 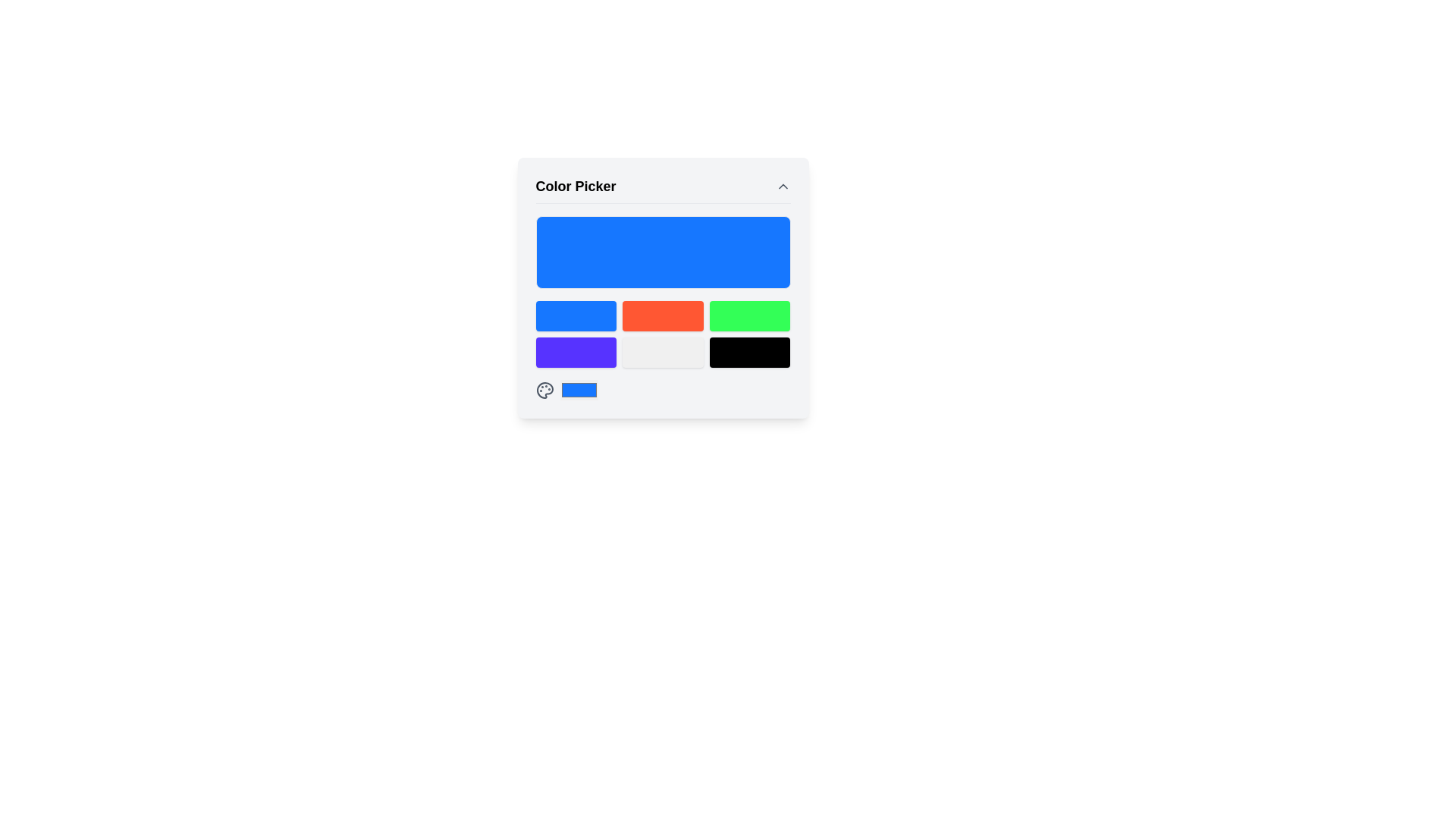 What do you see at coordinates (575, 186) in the screenshot?
I see `the 'Color Picker' text label located in the upper left section of the color selection interface` at bounding box center [575, 186].